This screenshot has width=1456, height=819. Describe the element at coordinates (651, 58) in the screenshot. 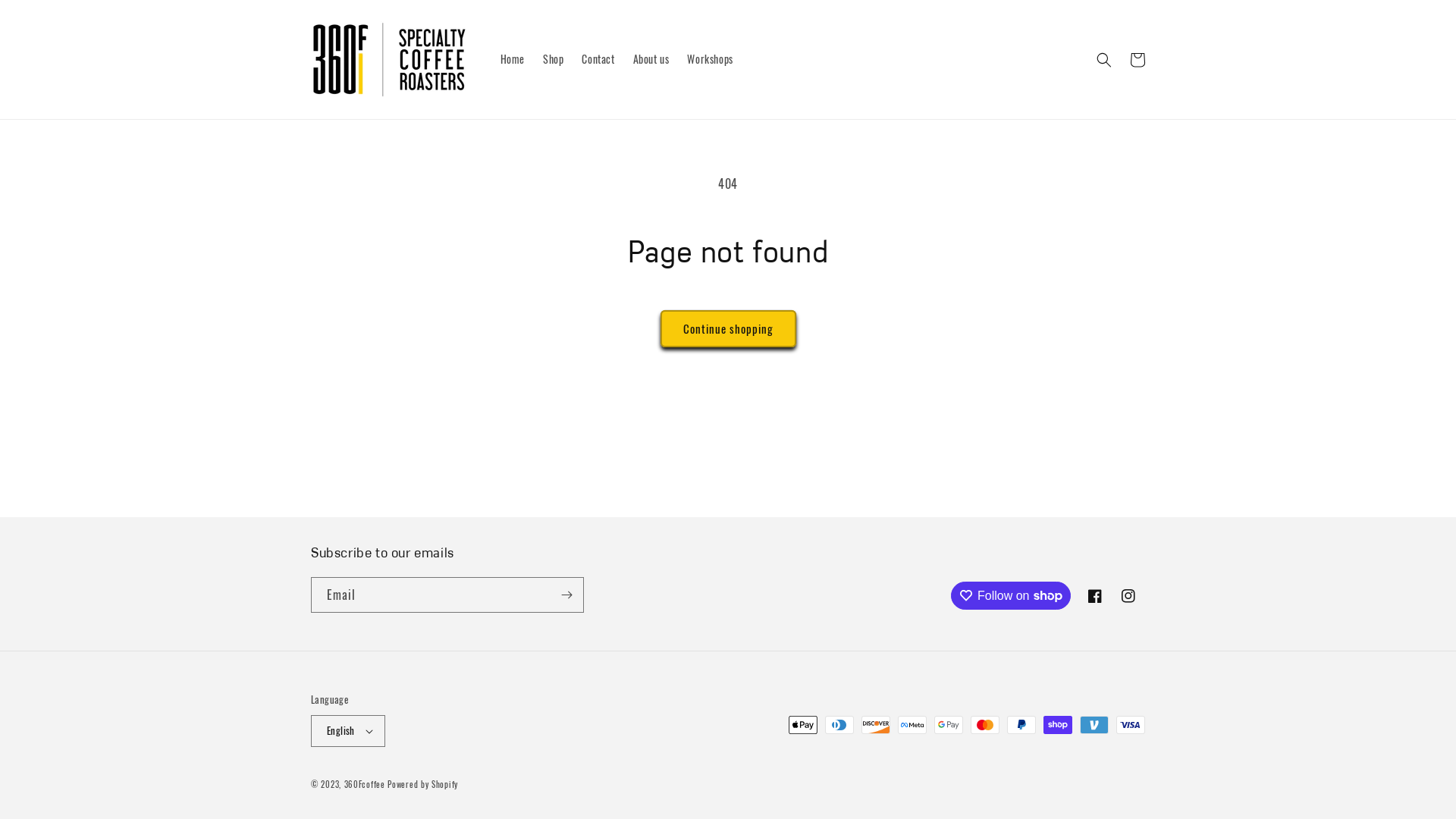

I see `'About us'` at that location.